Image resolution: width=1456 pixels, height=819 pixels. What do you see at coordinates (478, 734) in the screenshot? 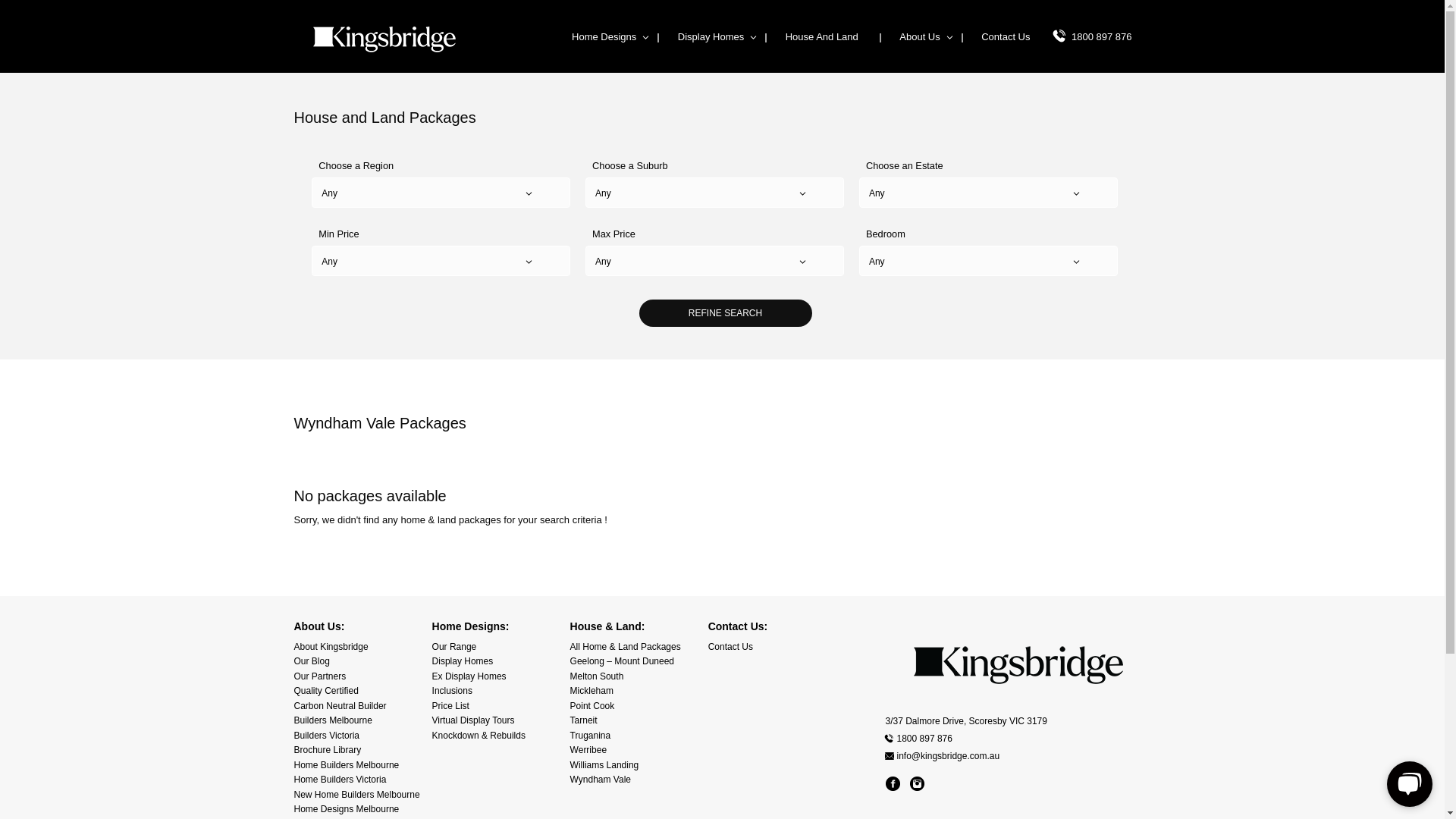
I see `'Knockdown & Rebuilds'` at bounding box center [478, 734].